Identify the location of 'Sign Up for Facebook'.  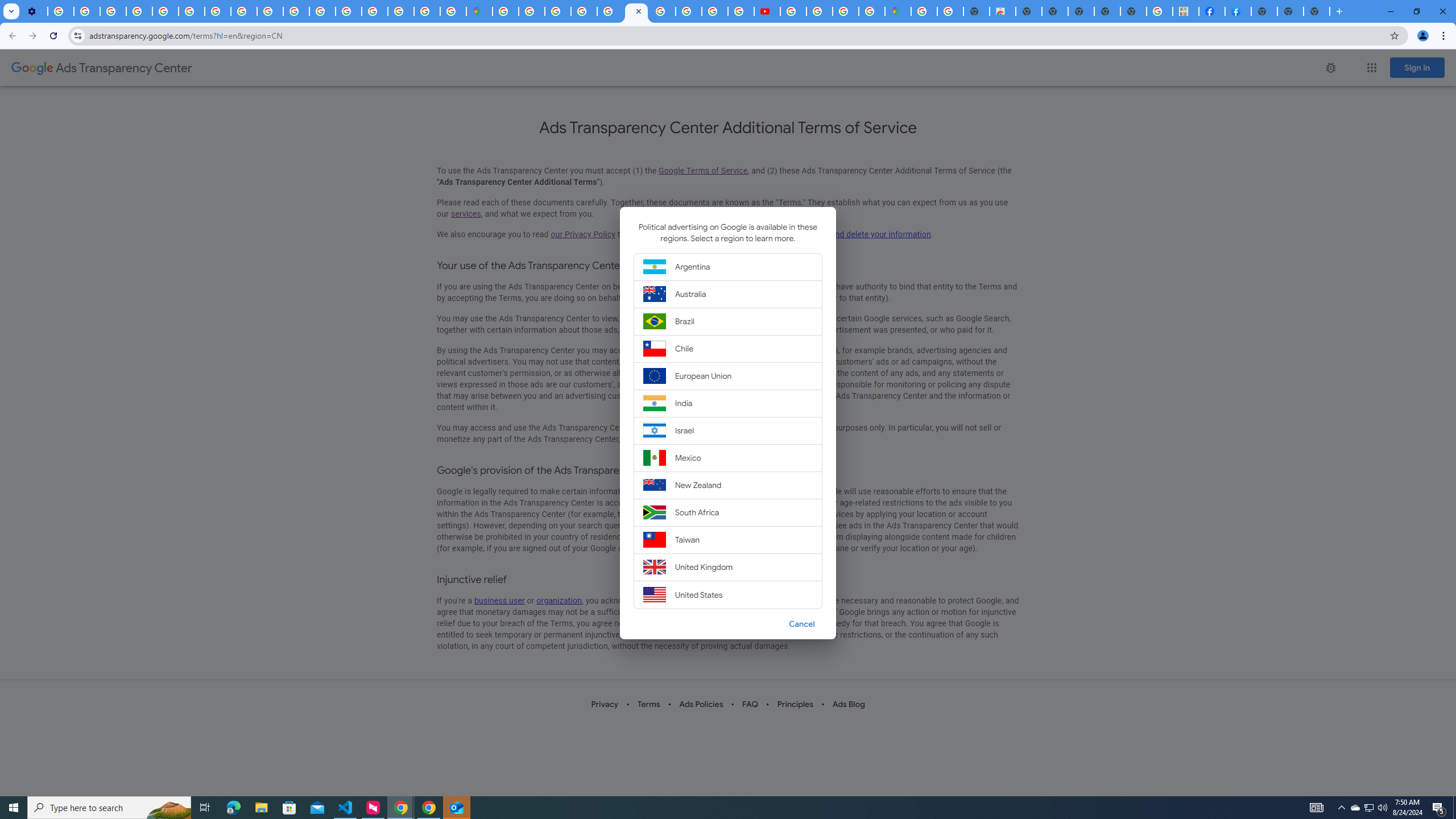
(1238, 11).